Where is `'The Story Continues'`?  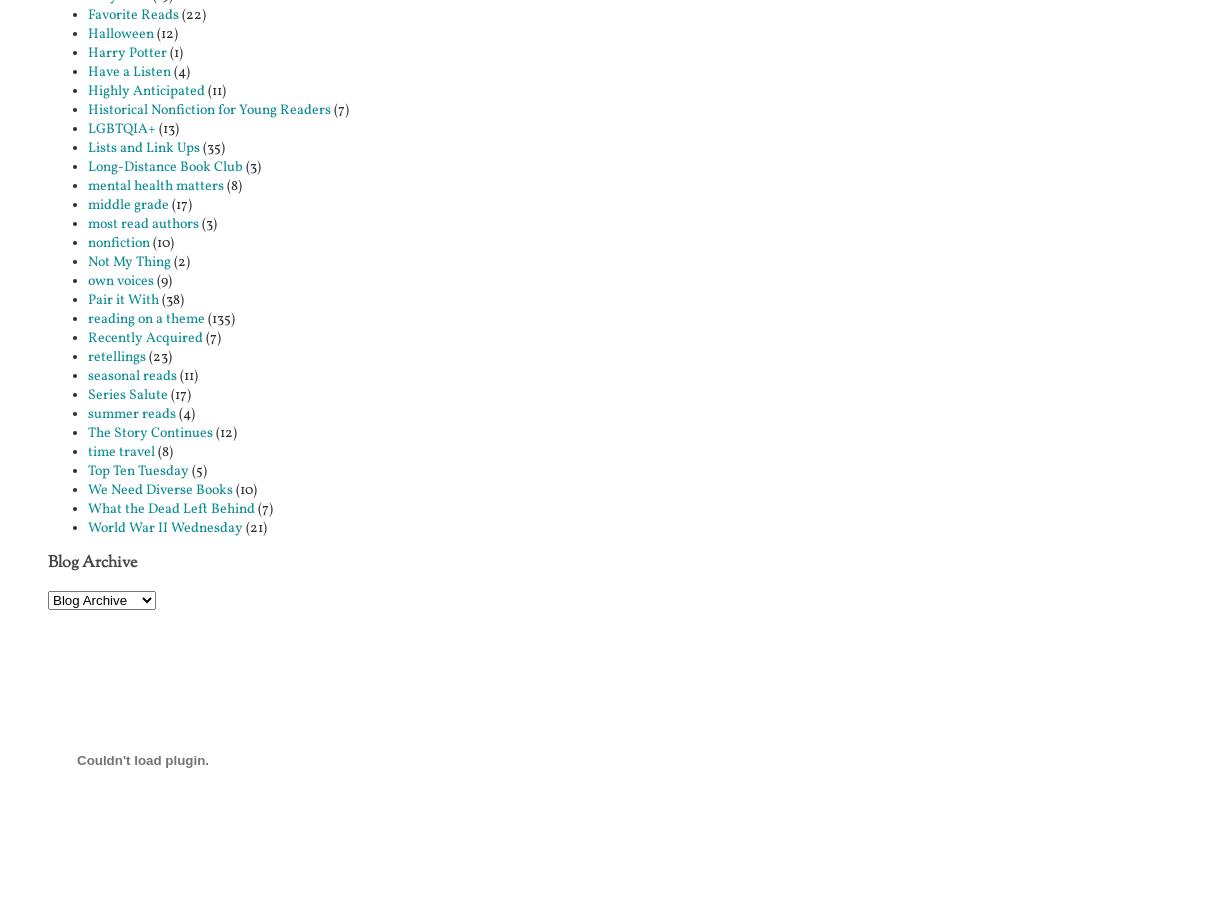 'The Story Continues' is located at coordinates (149, 432).